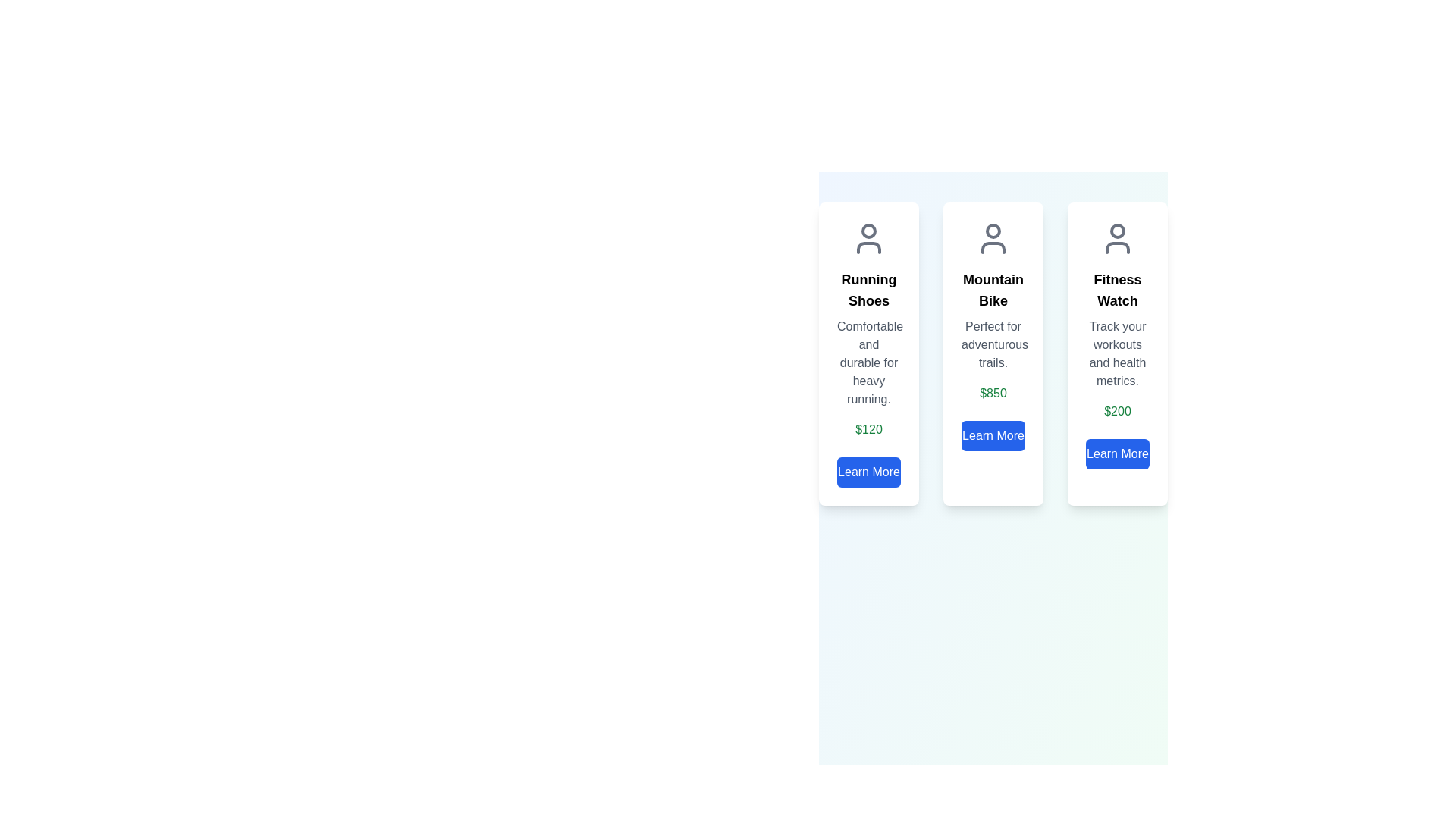 This screenshot has height=819, width=1456. Describe the element at coordinates (993, 345) in the screenshot. I see `the Text label that describes the Mountain Bike, located below the title 'Mountain Bike' and above the price '$850'` at that location.